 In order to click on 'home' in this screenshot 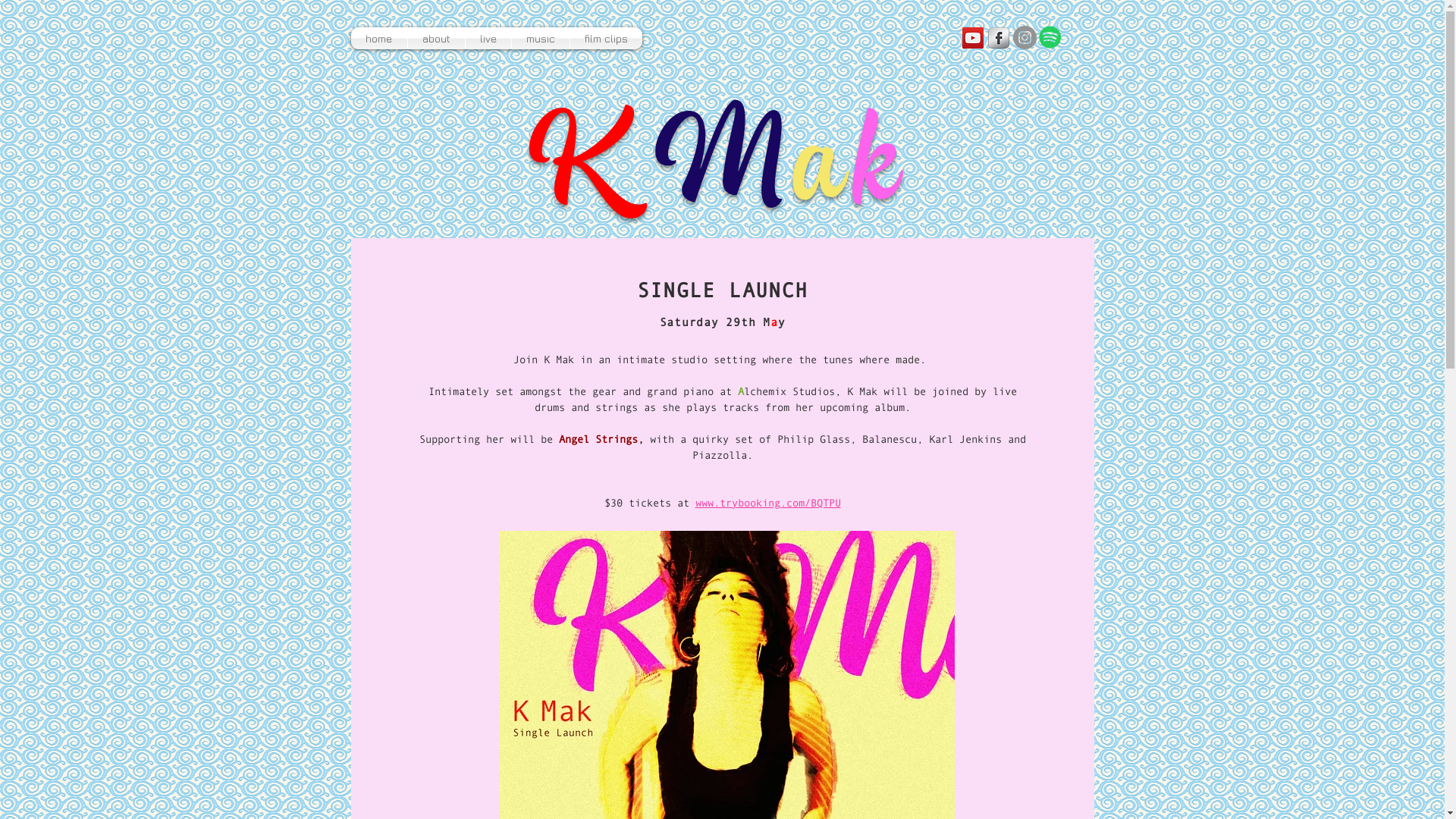, I will do `click(378, 37)`.